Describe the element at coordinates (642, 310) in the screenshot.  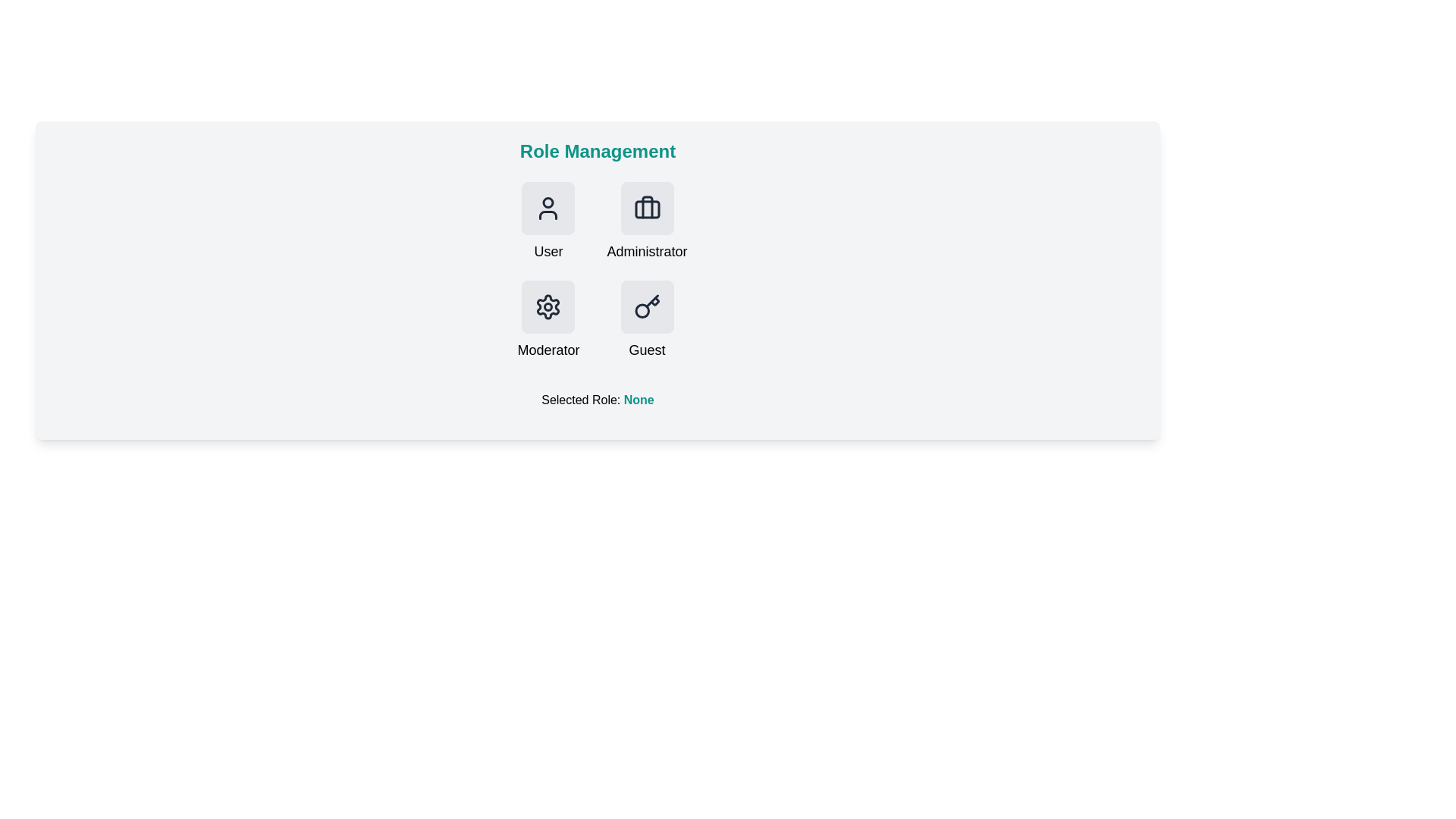
I see `the circular graphic element within the key icon, located in the bottom section of the 'Guest' role option in the Role Management interface` at that location.